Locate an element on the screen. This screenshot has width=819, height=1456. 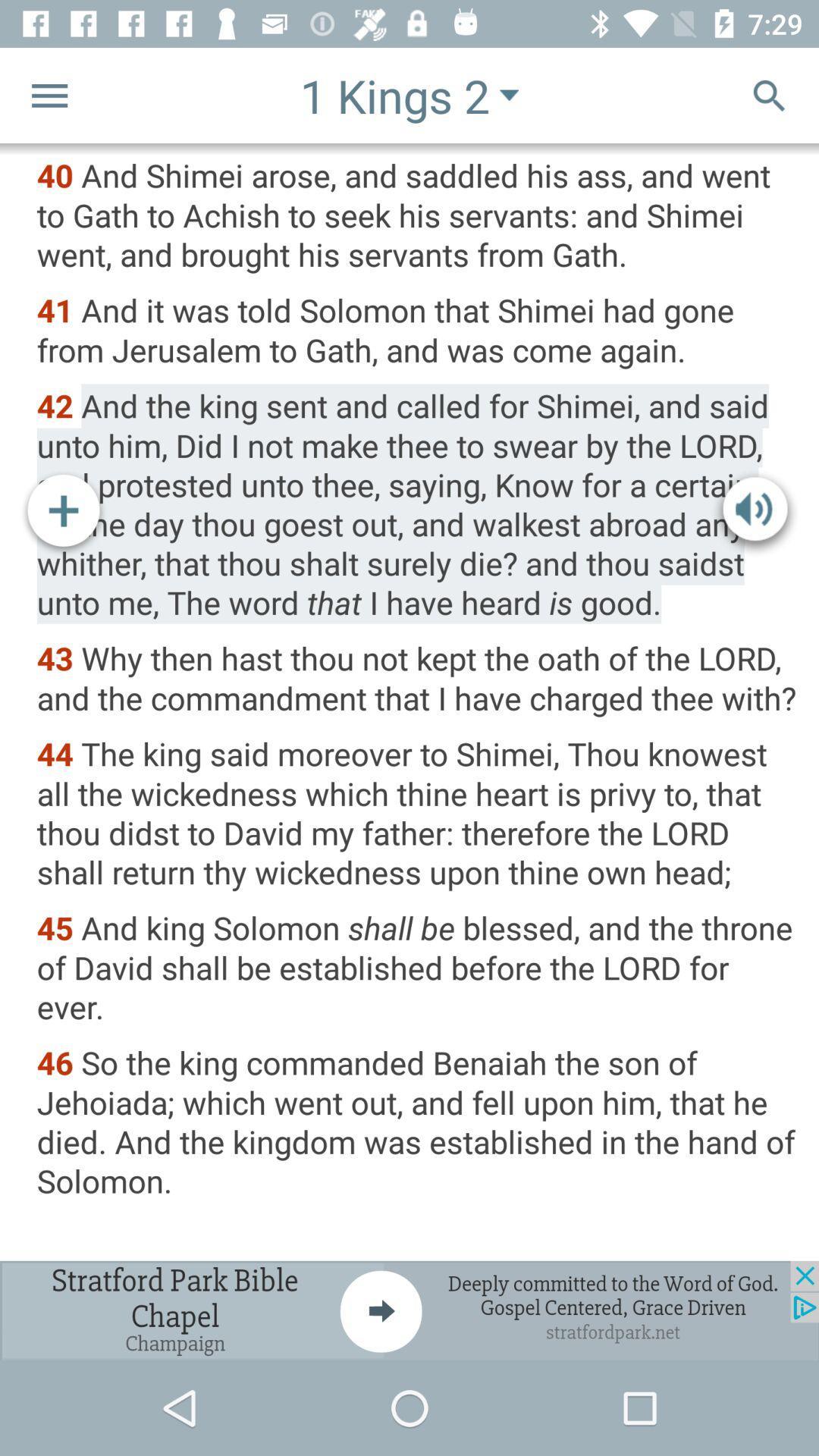
increash is located at coordinates (63, 513).